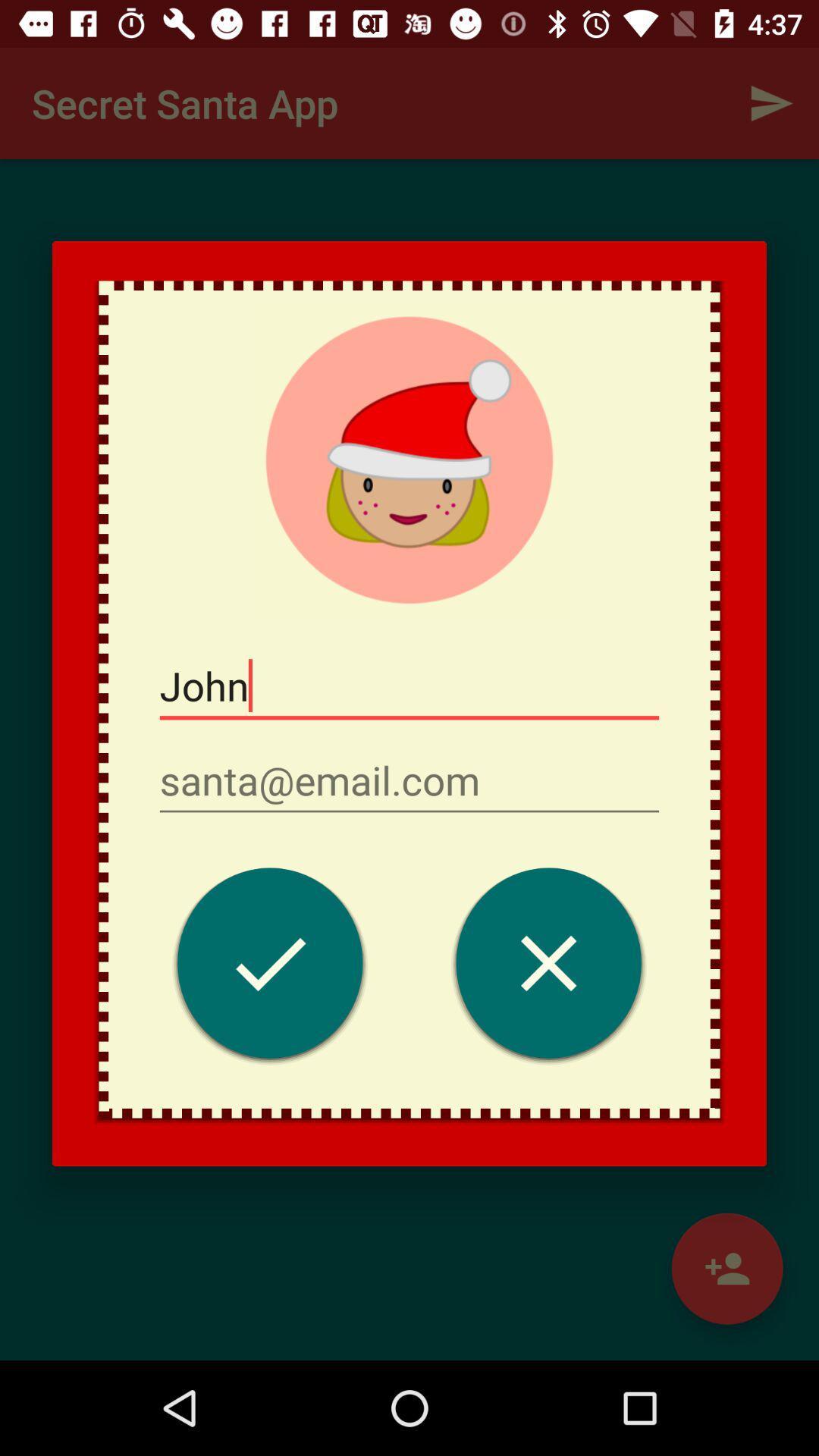 The width and height of the screenshot is (819, 1456). I want to click on item below the john item, so click(409, 780).